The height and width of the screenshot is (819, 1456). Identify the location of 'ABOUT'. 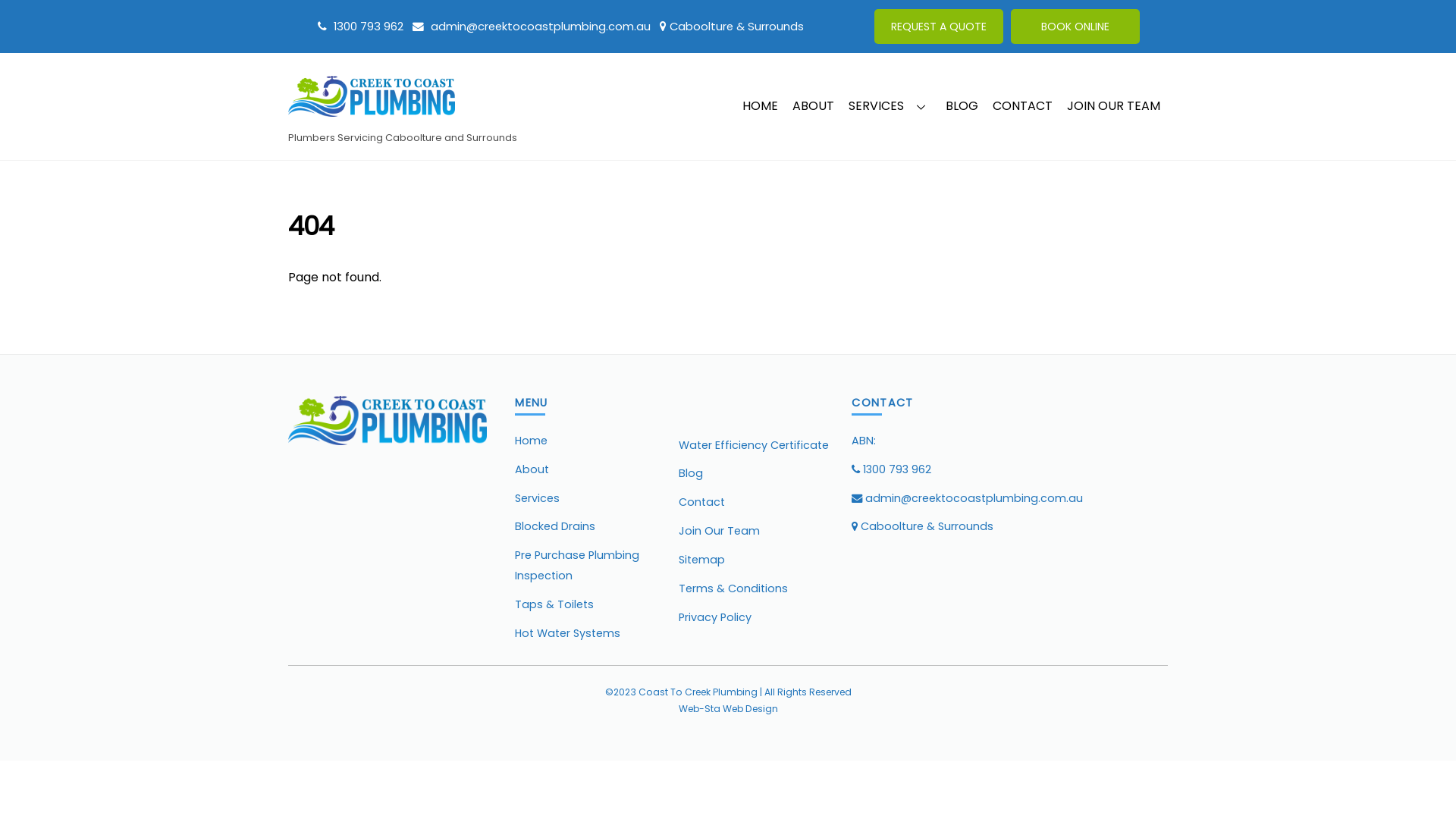
(813, 106).